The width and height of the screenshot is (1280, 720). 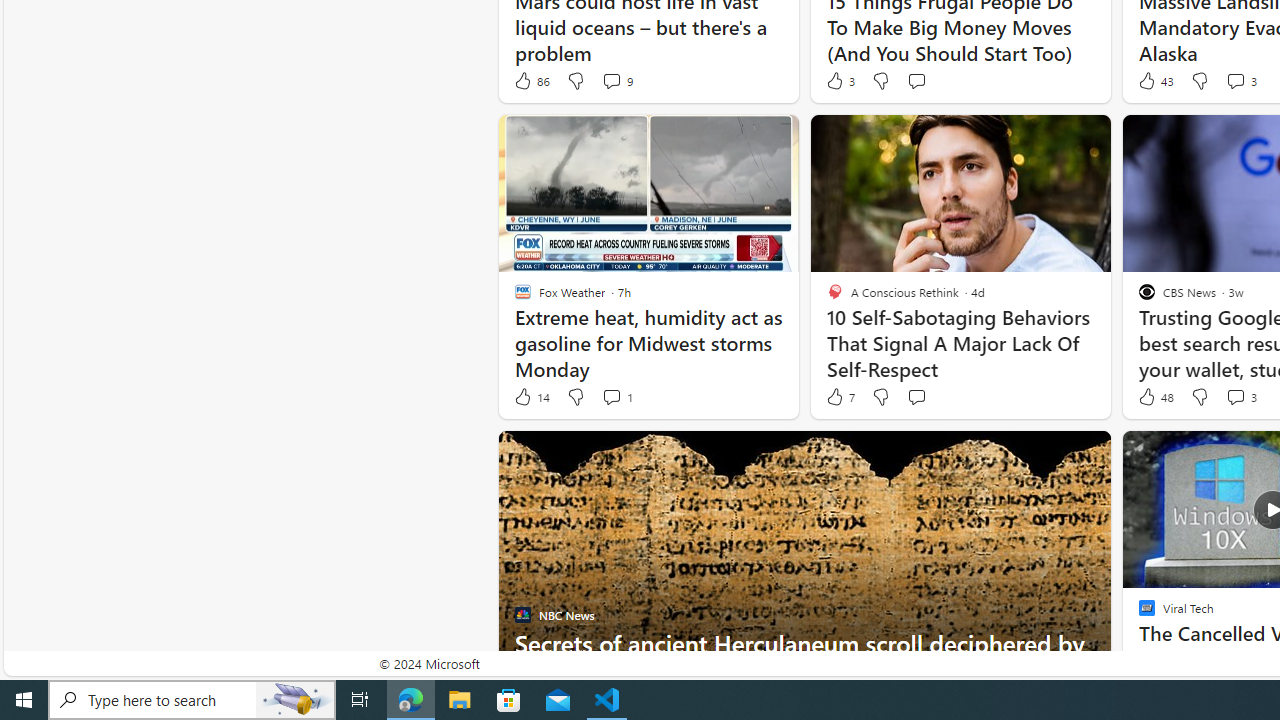 I want to click on '7 Like', so click(x=839, y=397).